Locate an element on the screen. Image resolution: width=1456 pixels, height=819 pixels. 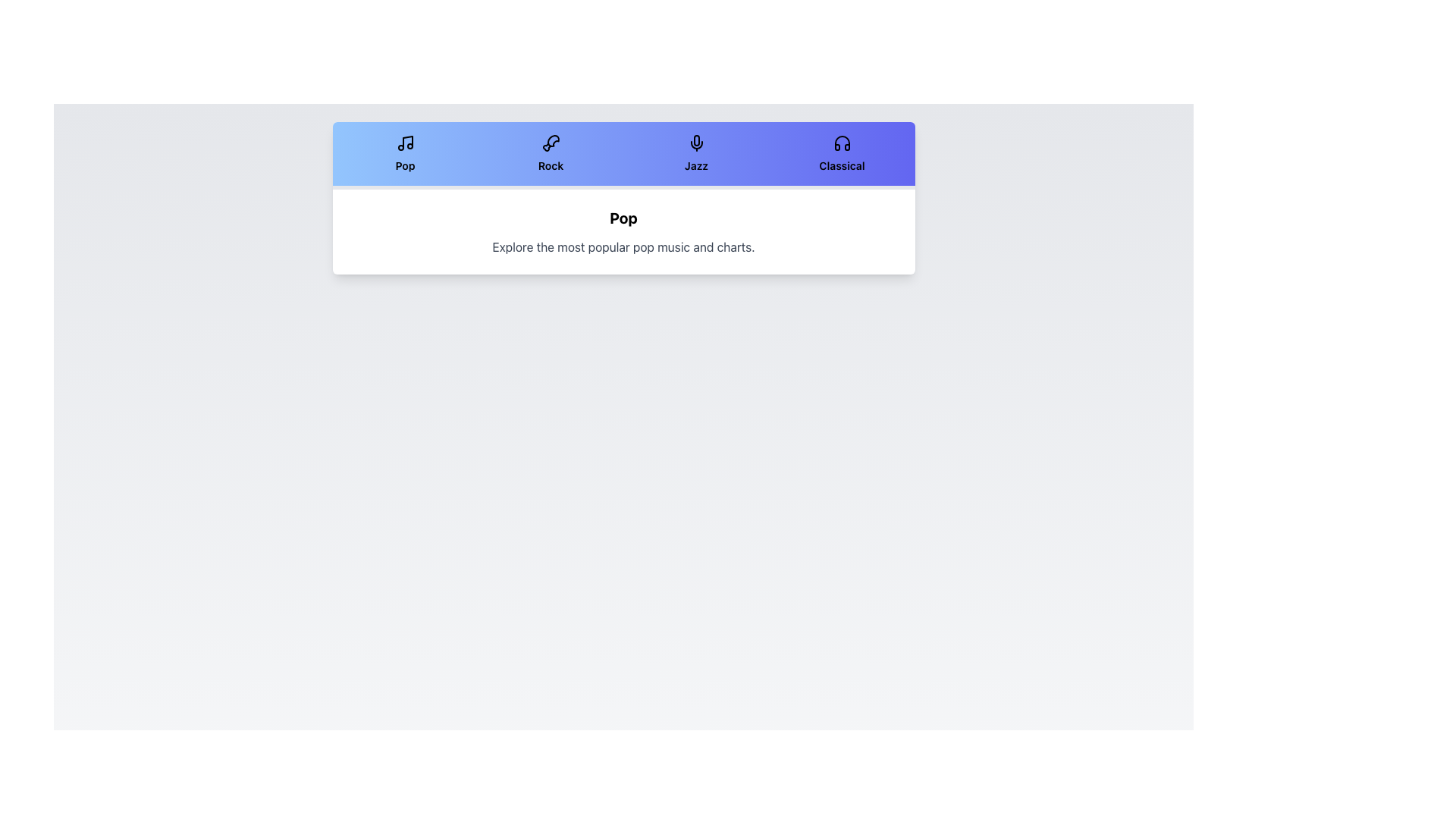
the outlined microphone icon located above the 'Jazz' label in the navigation menu is located at coordinates (695, 143).